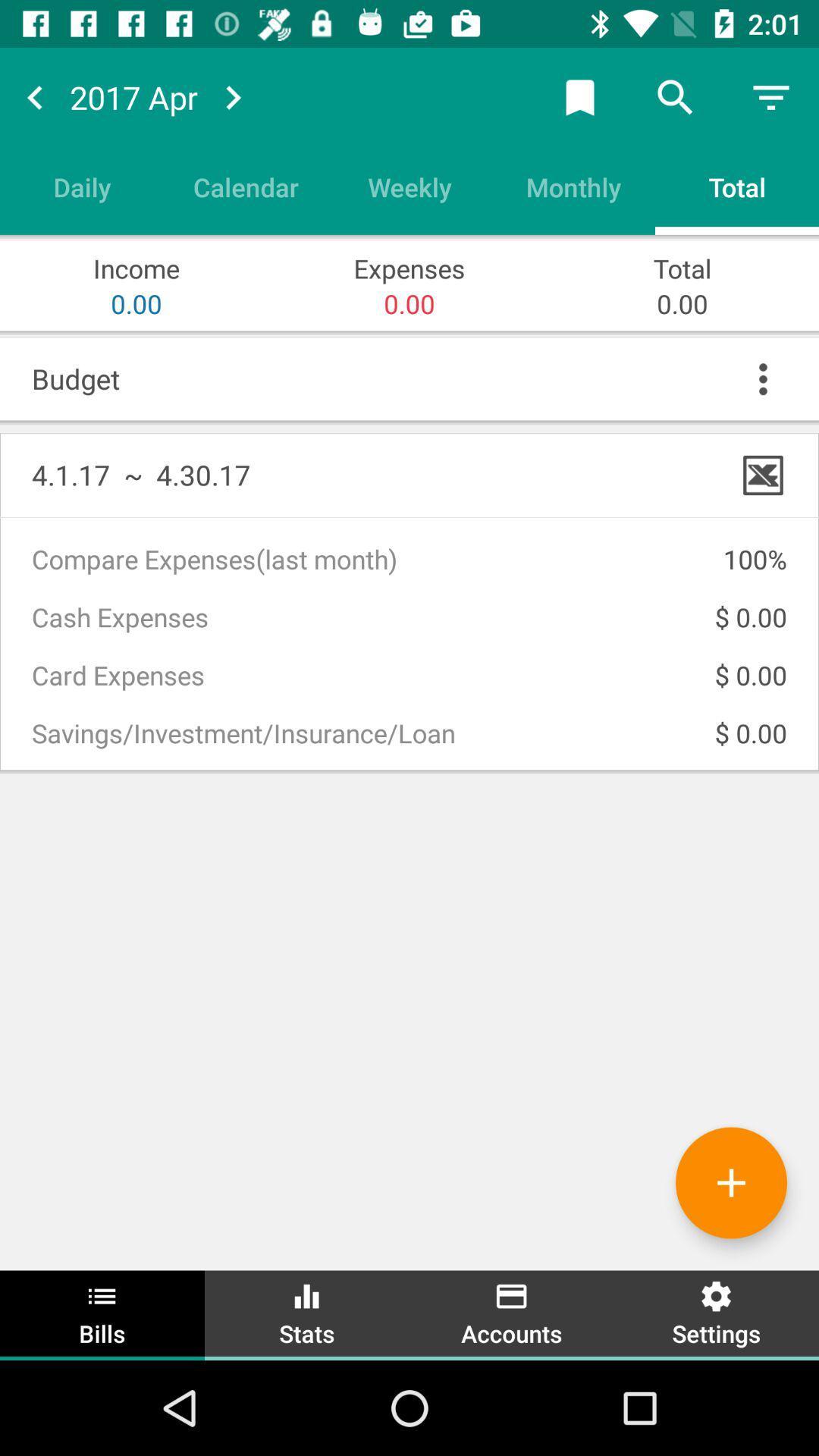  What do you see at coordinates (34, 96) in the screenshot?
I see `next` at bounding box center [34, 96].